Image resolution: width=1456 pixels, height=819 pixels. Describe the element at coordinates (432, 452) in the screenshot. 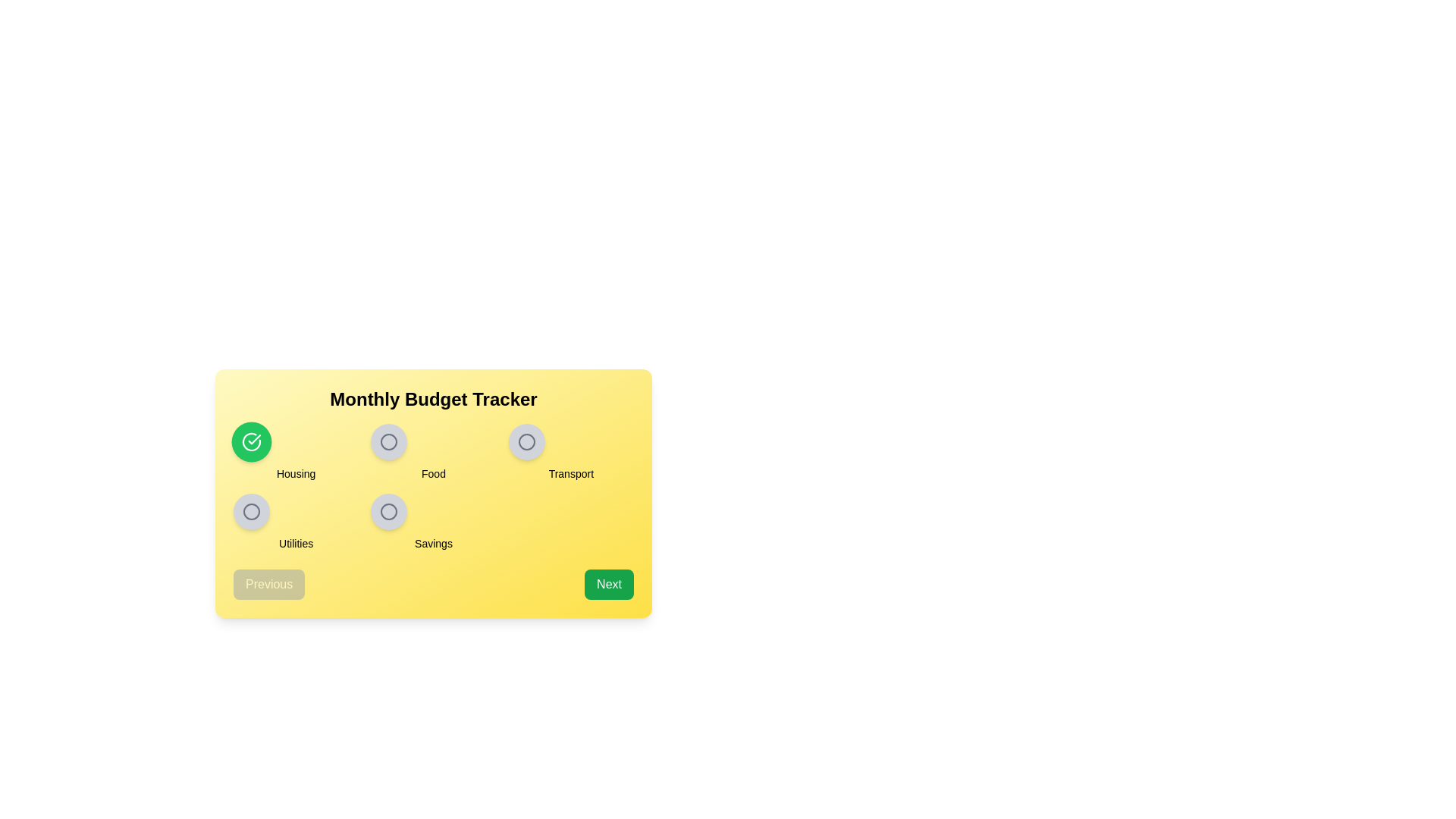

I see `the non-interactive text label paired with a circular icon representing the category 'Food', located in the middle column of the 3-column grid layout` at that location.